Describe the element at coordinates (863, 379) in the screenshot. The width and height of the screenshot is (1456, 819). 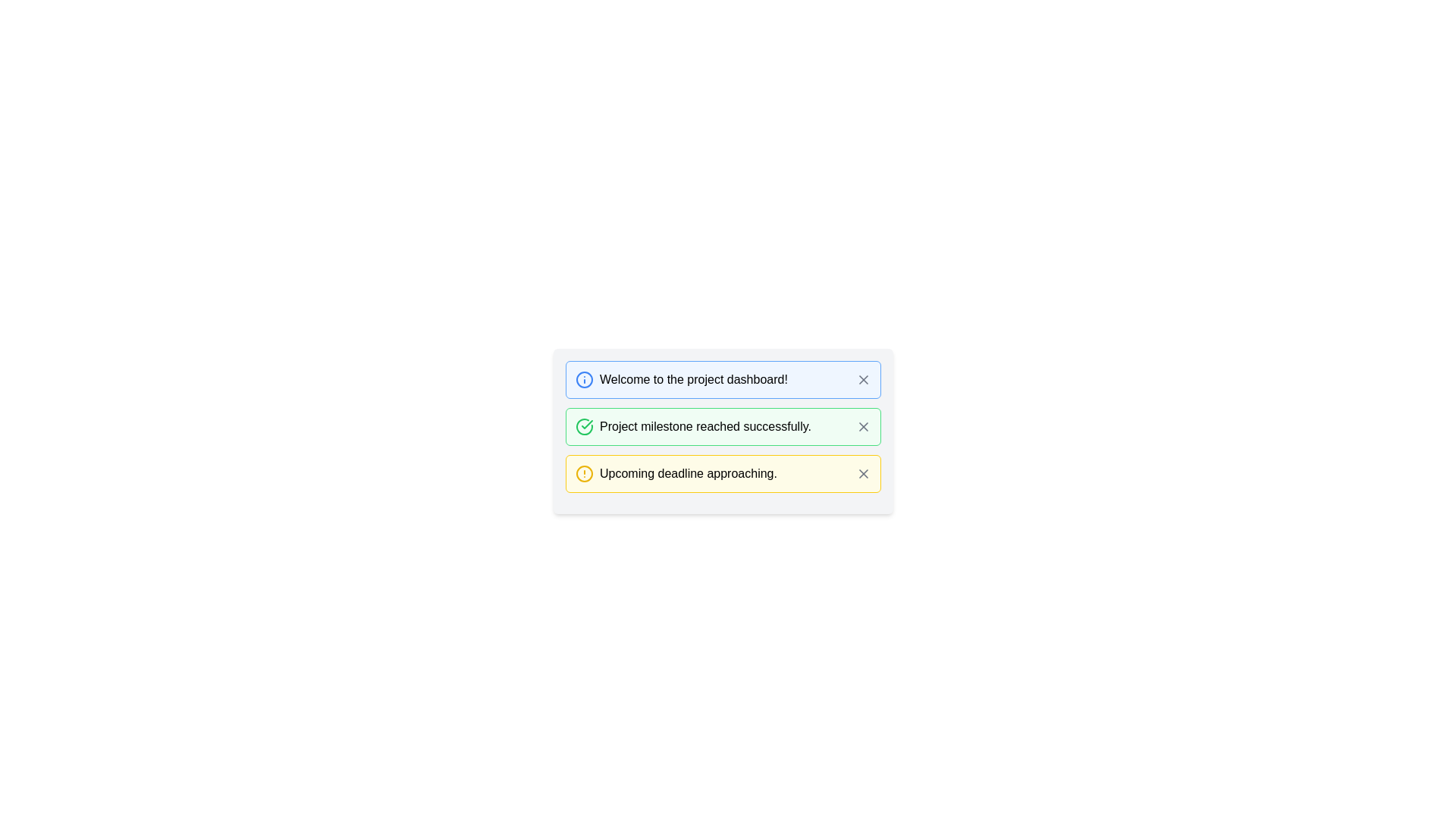
I see `the red 'X' icon button located in the top right corner of the blue notification box` at that location.